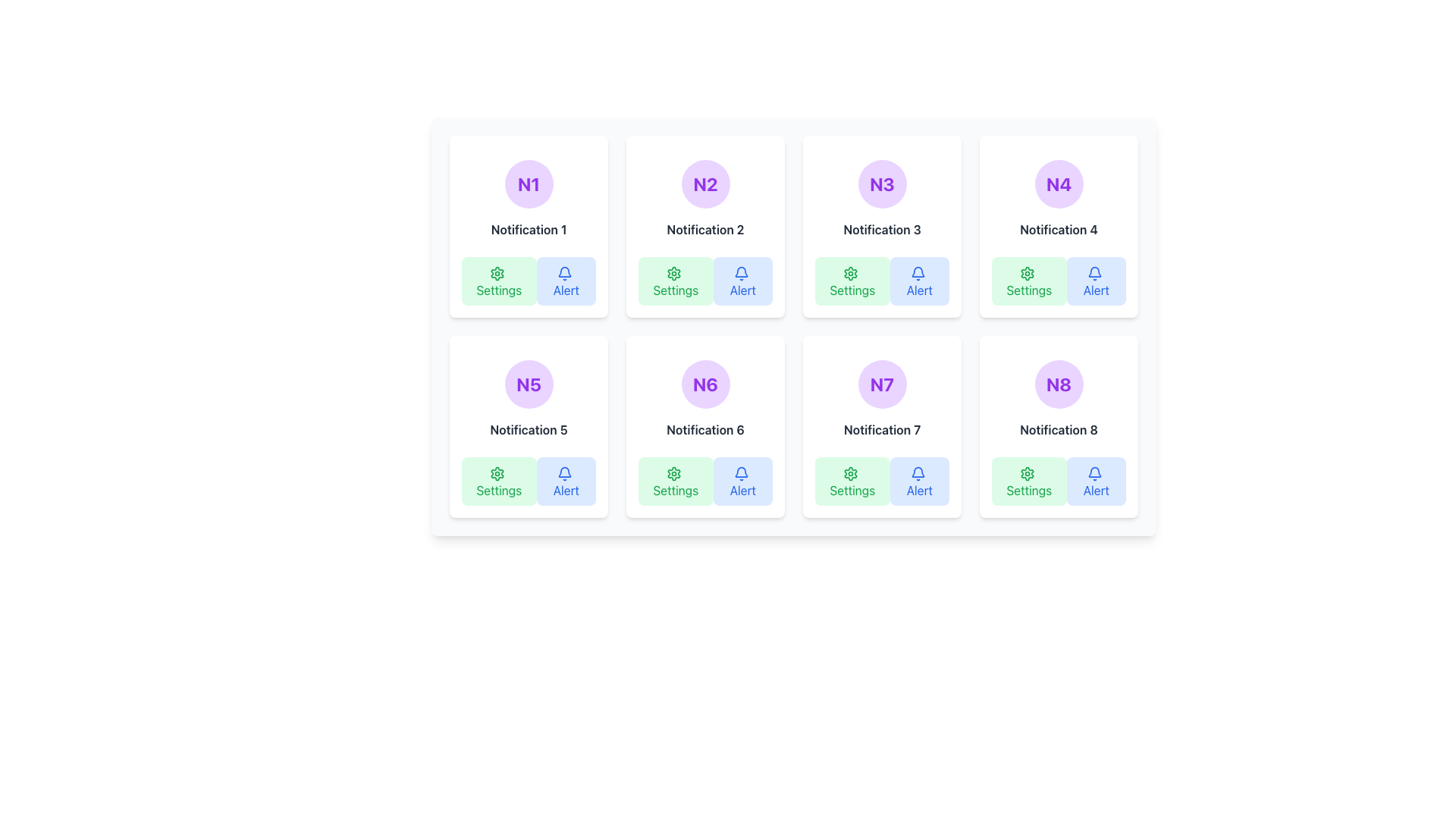  I want to click on the 'Settings' button with a light green background and gear icon located in the lower-left corner of the 'N8 Notification 8' card, so click(1029, 482).